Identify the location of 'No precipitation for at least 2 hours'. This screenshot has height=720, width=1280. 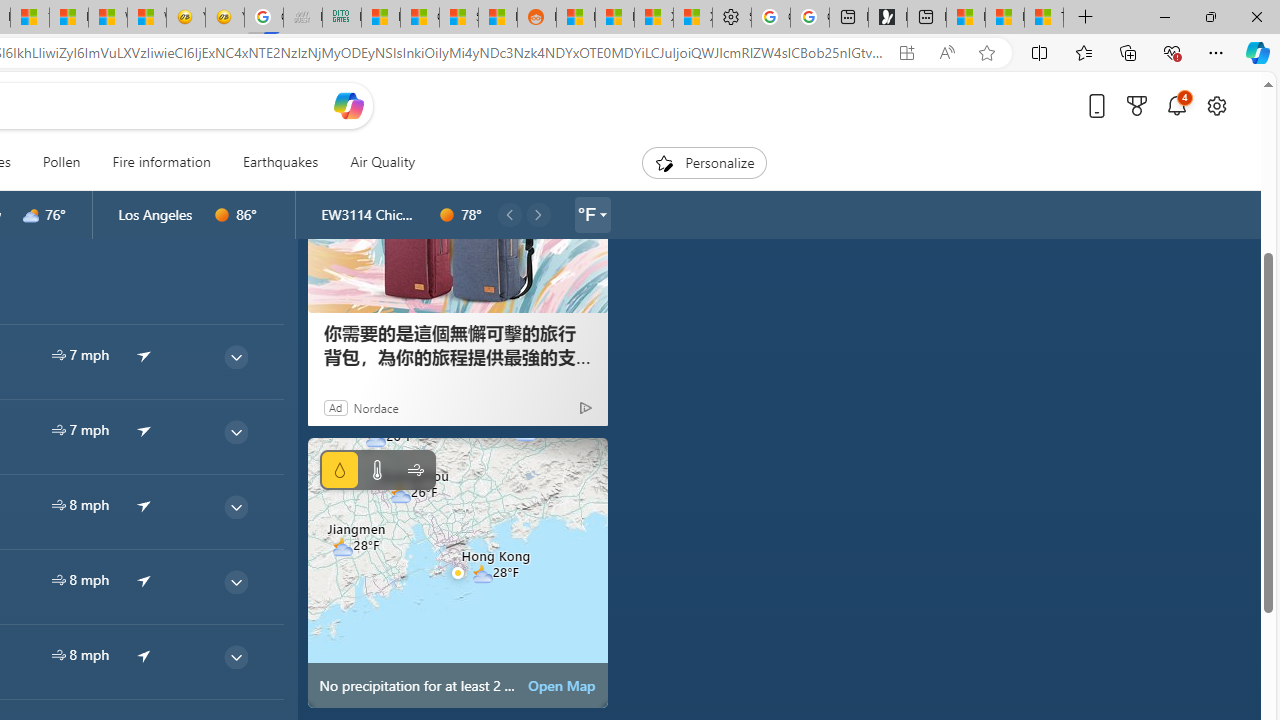
(456, 572).